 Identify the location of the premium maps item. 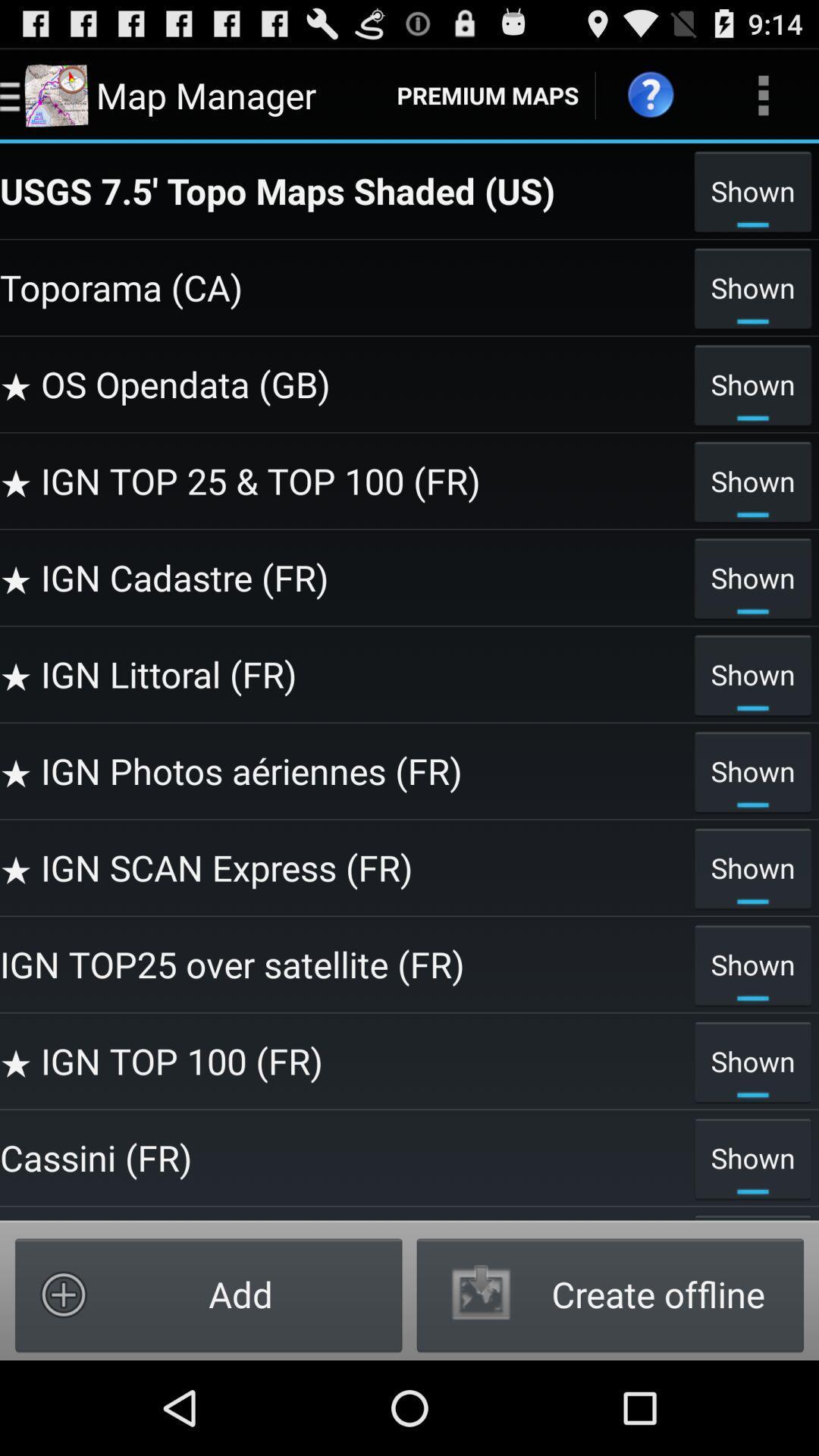
(488, 94).